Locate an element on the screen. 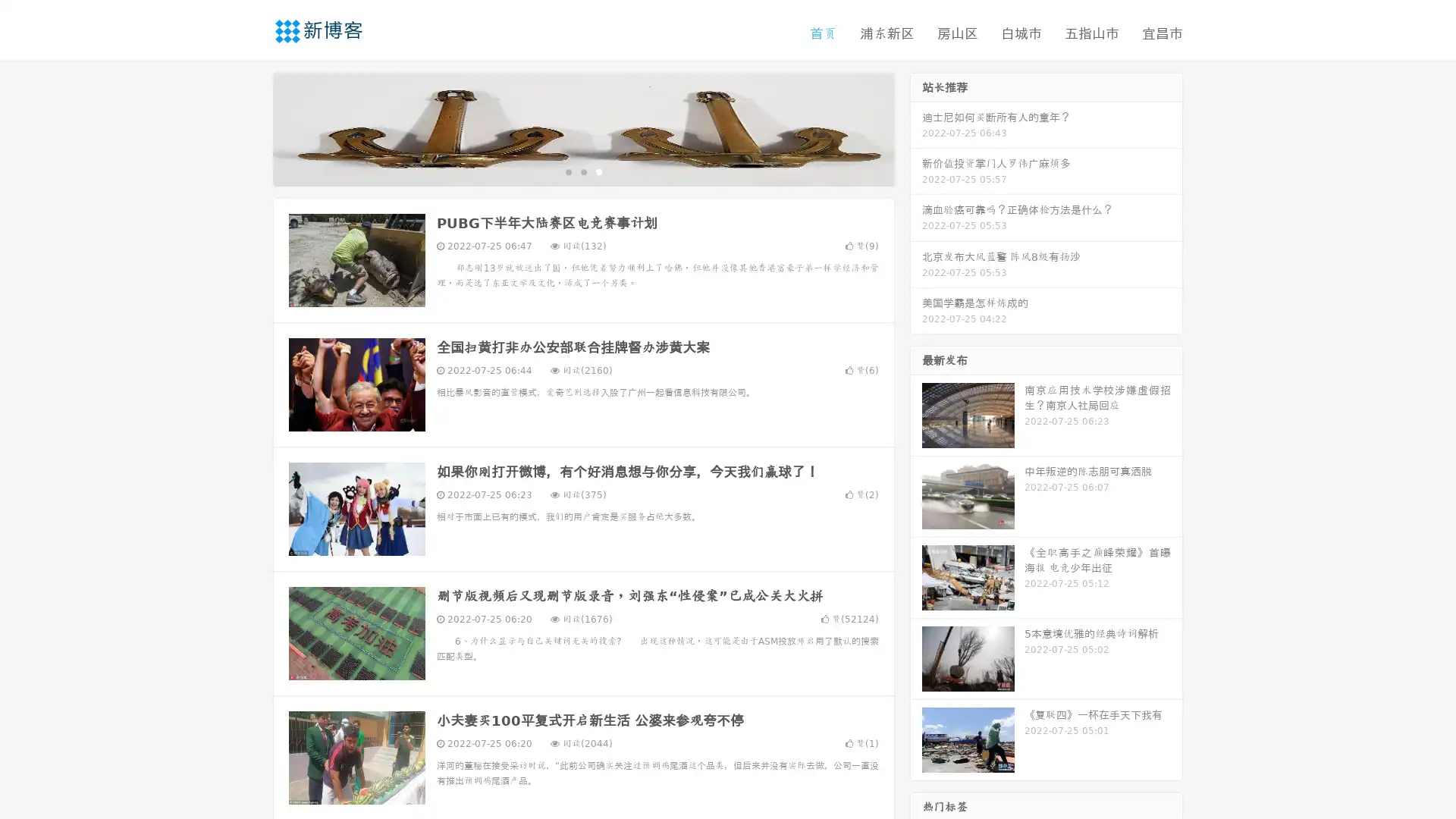  Go to slide 3 is located at coordinates (598, 171).